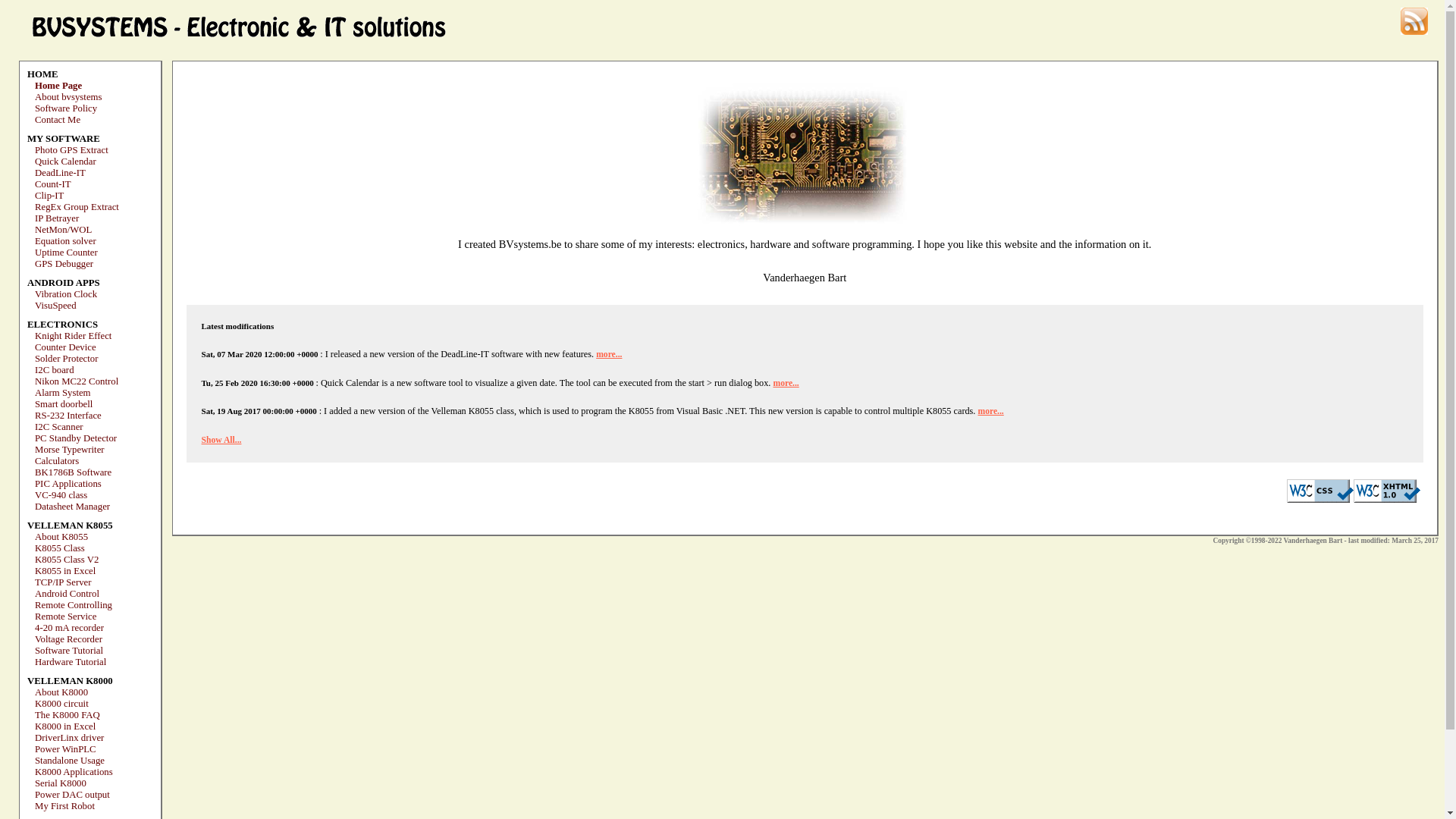  I want to click on 'more...', so click(990, 411).